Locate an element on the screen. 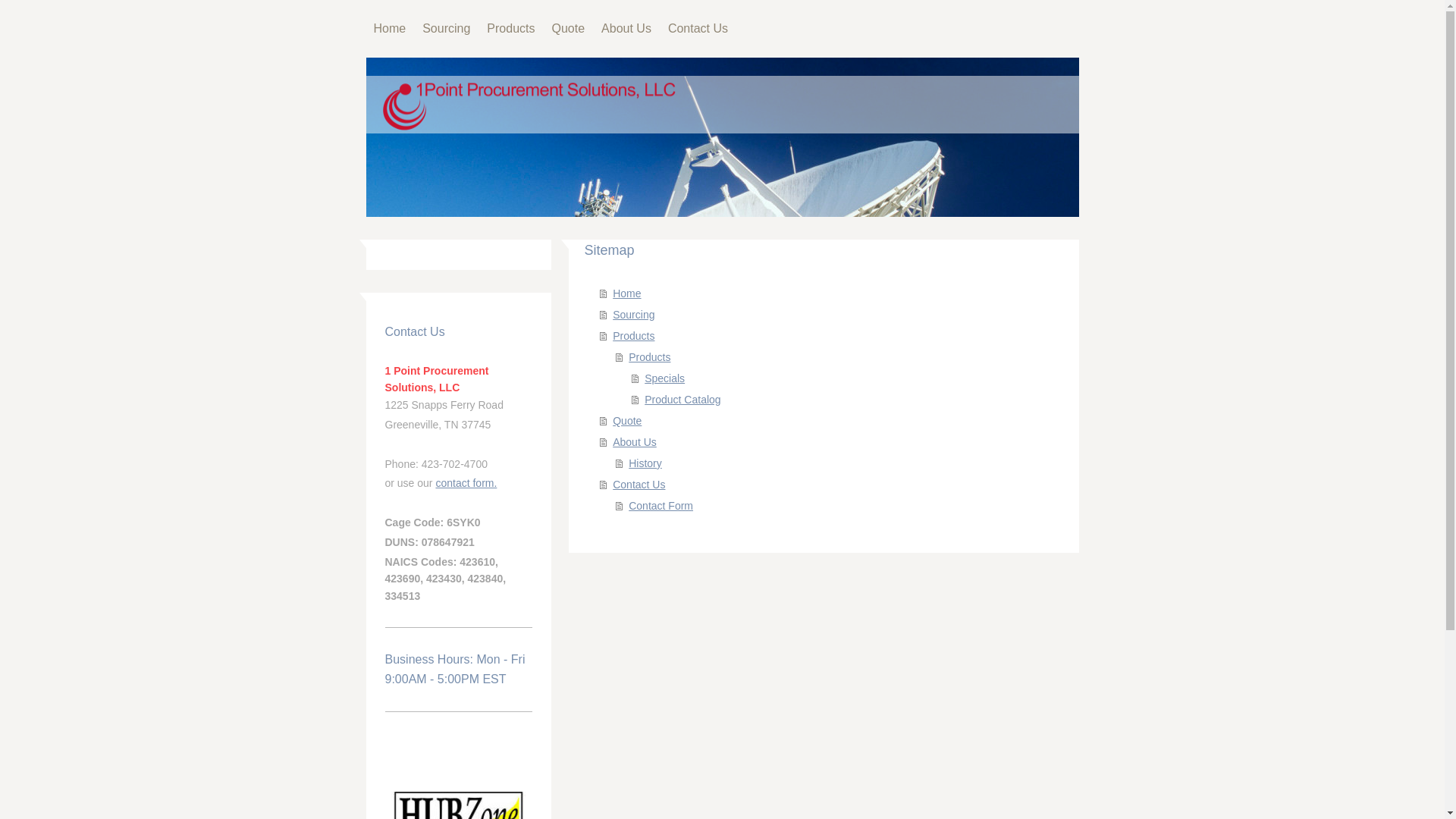 The height and width of the screenshot is (819, 1456). 'Products' is located at coordinates (615, 356).